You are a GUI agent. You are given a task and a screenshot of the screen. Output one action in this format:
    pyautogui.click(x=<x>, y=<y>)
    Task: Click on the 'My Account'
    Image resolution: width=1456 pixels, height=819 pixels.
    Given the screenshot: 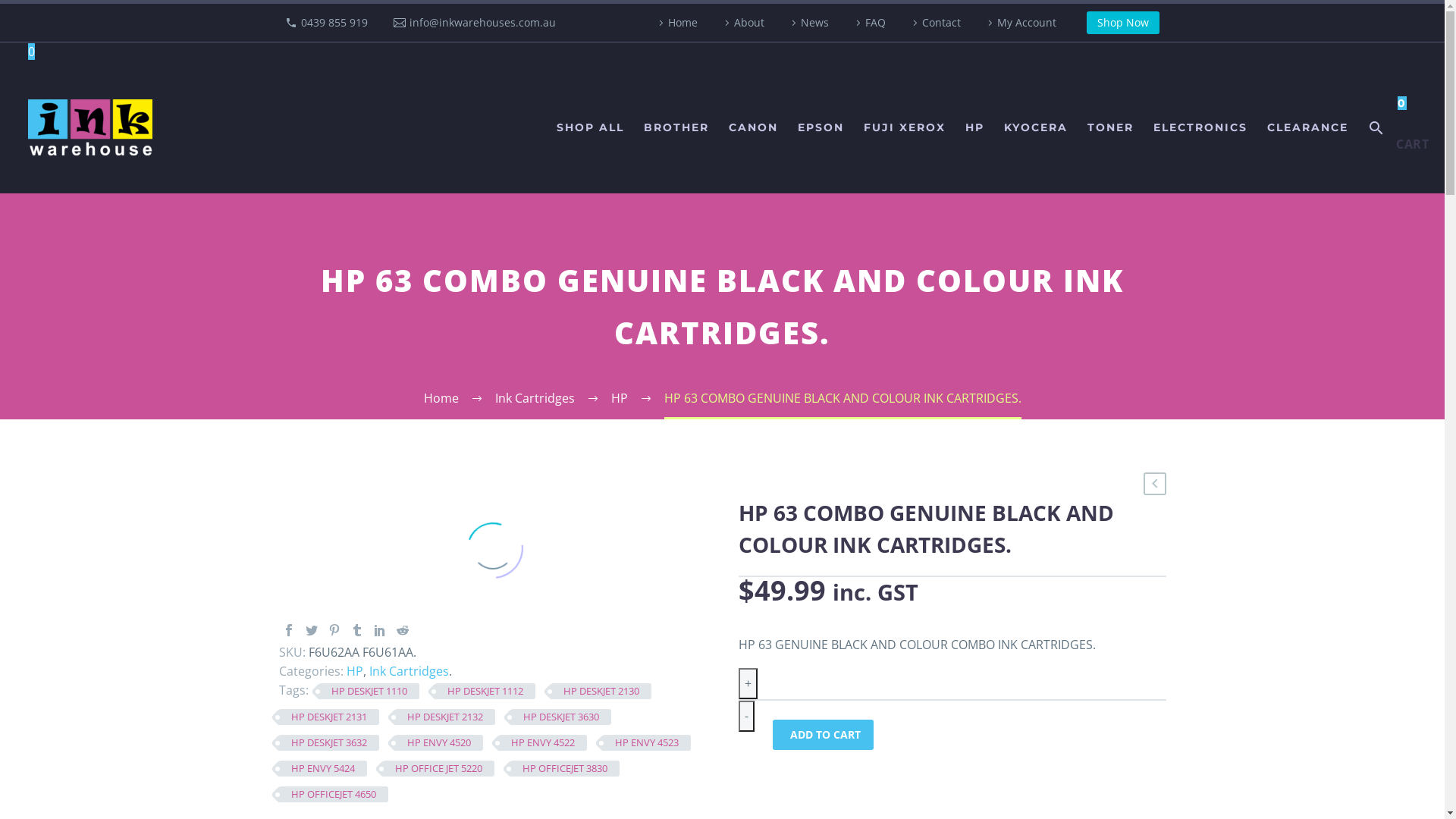 What is the action you would take?
    pyautogui.click(x=1019, y=23)
    